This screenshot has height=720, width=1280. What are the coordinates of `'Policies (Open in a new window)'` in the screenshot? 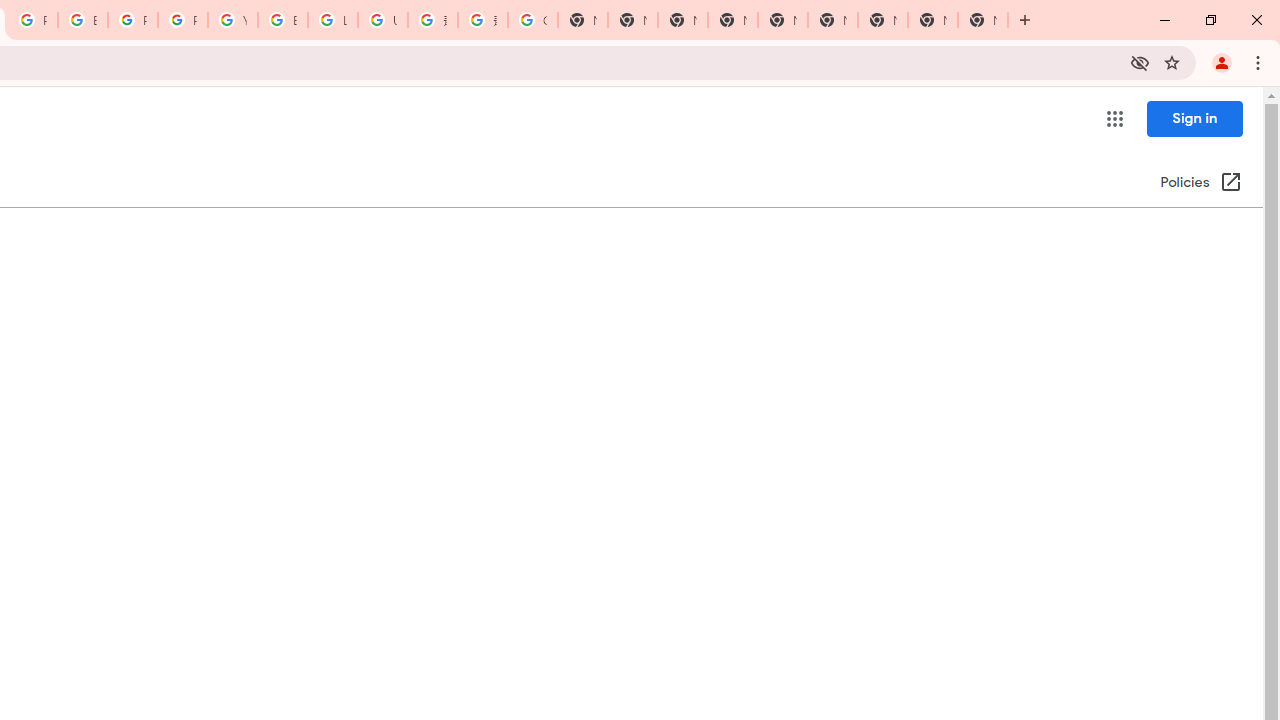 It's located at (1200, 183).